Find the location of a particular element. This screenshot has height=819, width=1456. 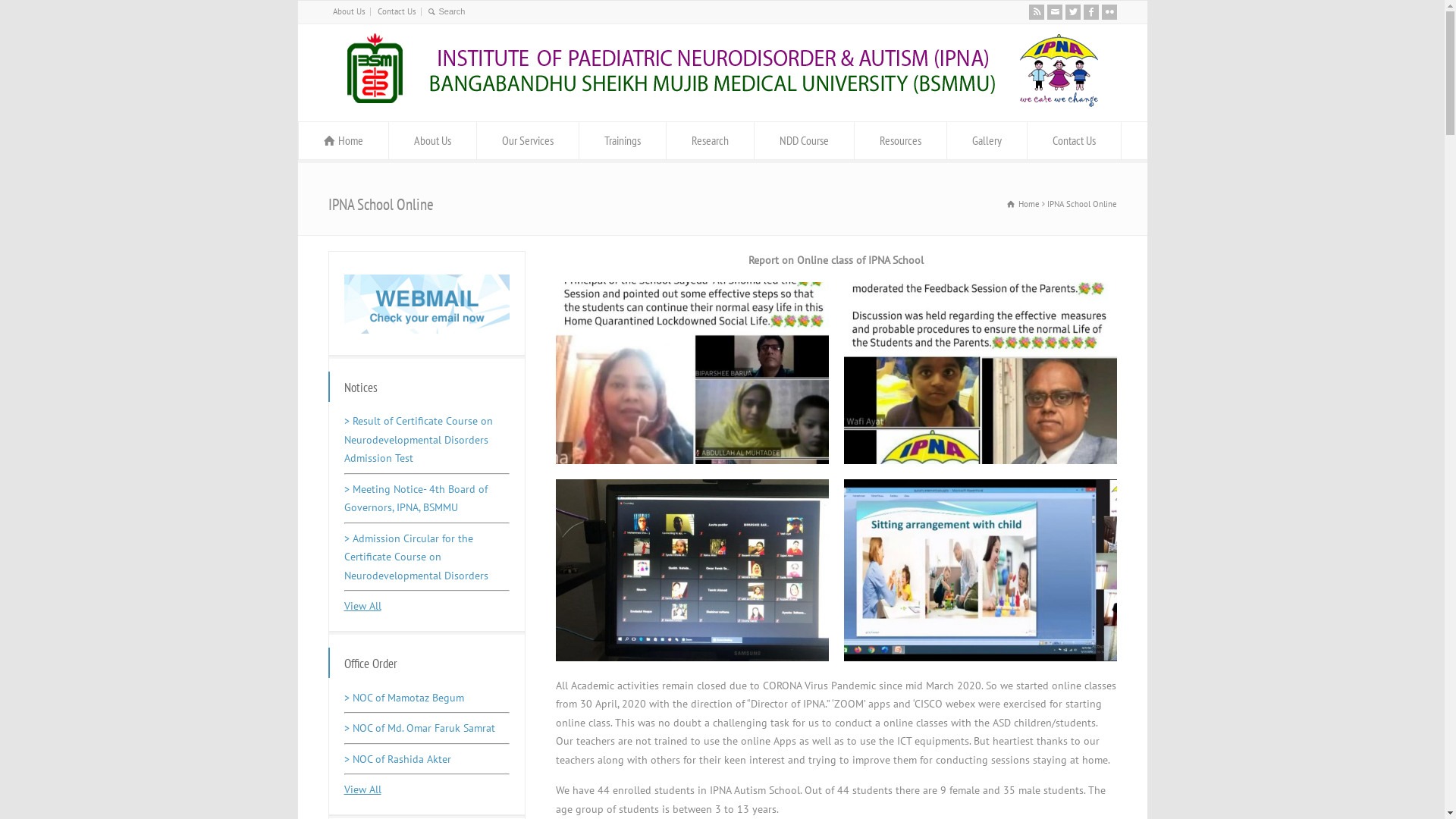

'Trainings' is located at coordinates (622, 140).